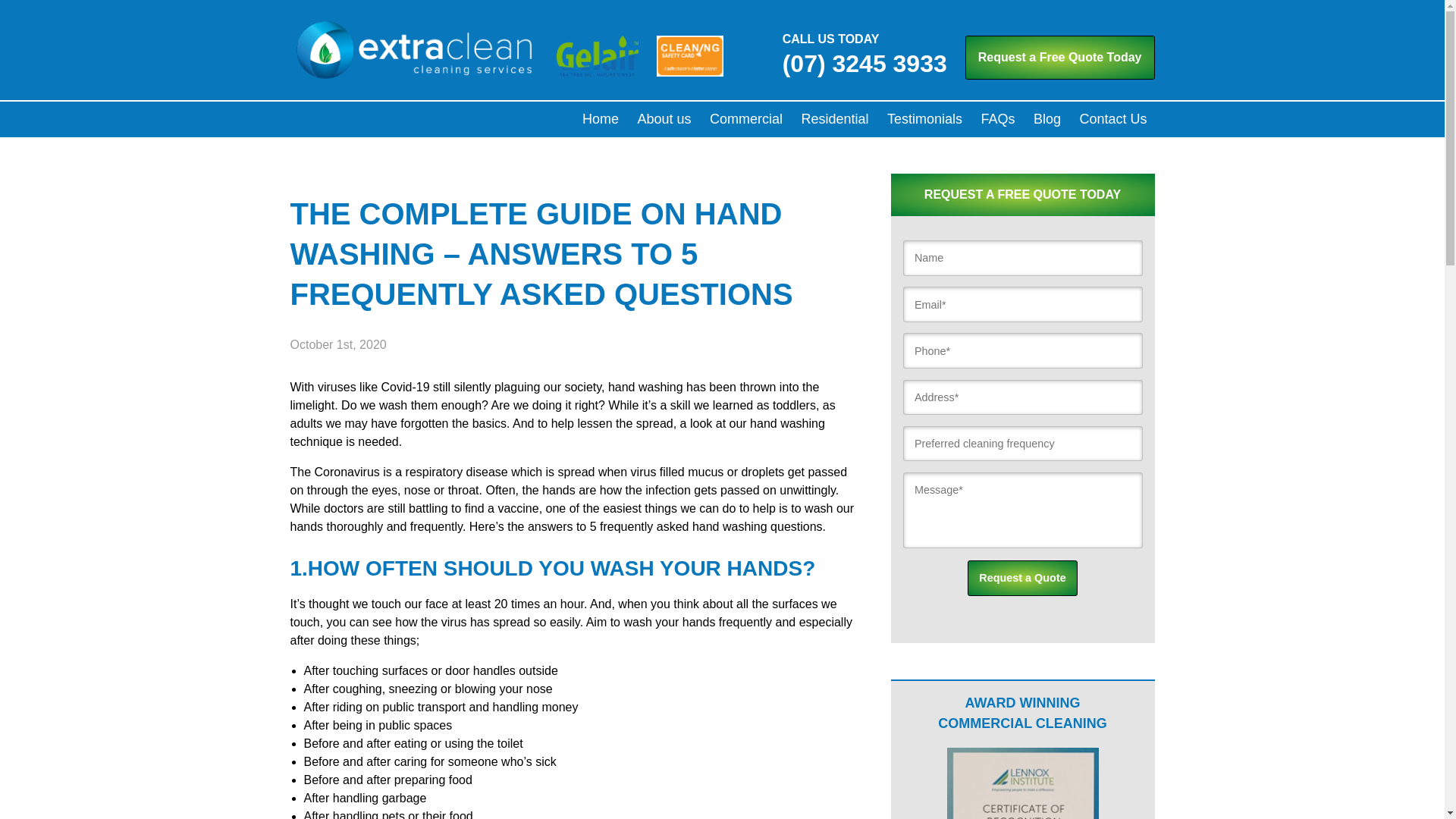 The height and width of the screenshot is (819, 1456). I want to click on 'Request a Quote', so click(1022, 578).